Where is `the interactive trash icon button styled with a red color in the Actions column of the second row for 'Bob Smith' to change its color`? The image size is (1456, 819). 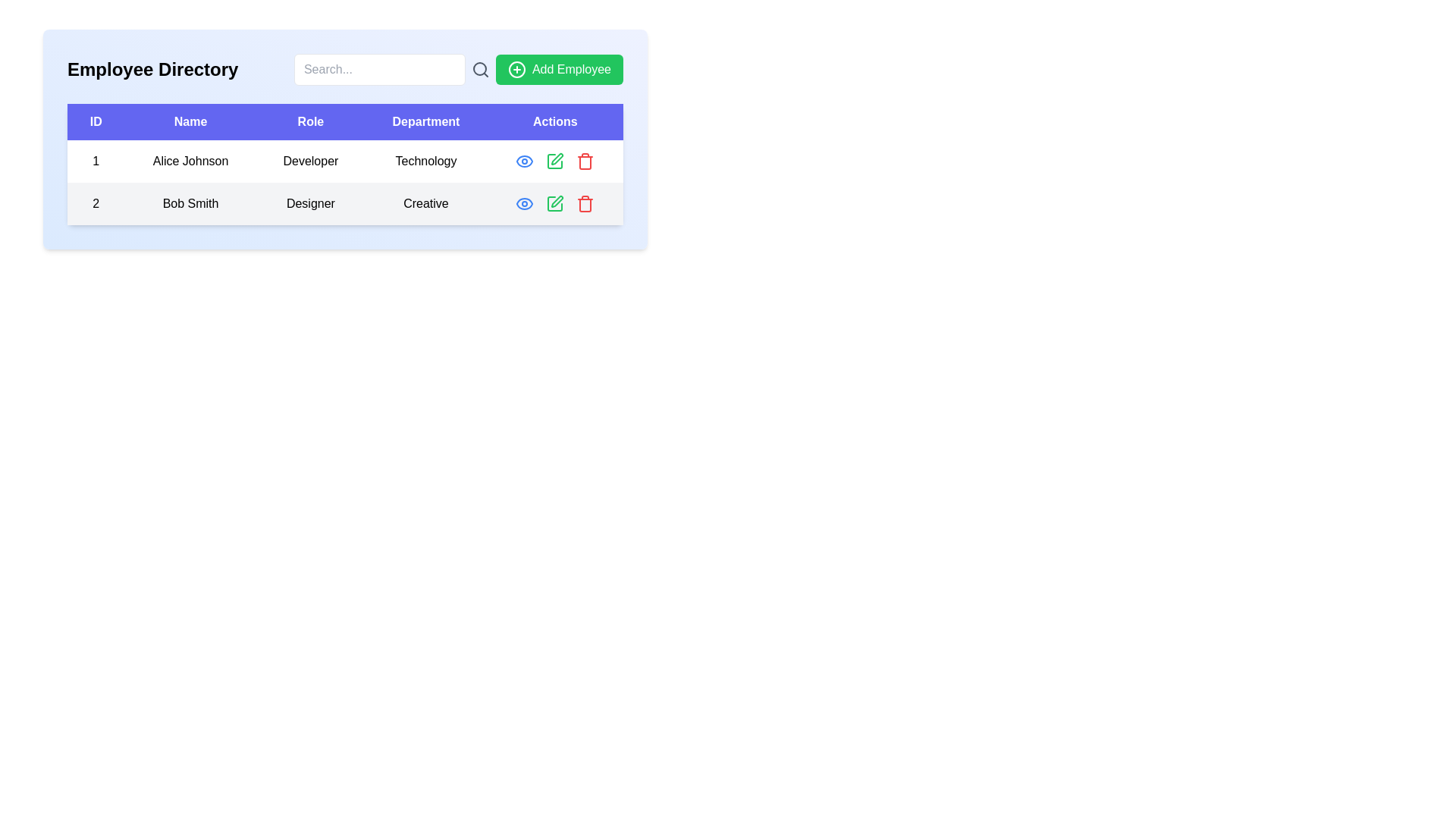 the interactive trash icon button styled with a red color in the Actions column of the second row for 'Bob Smith' to change its color is located at coordinates (585, 161).